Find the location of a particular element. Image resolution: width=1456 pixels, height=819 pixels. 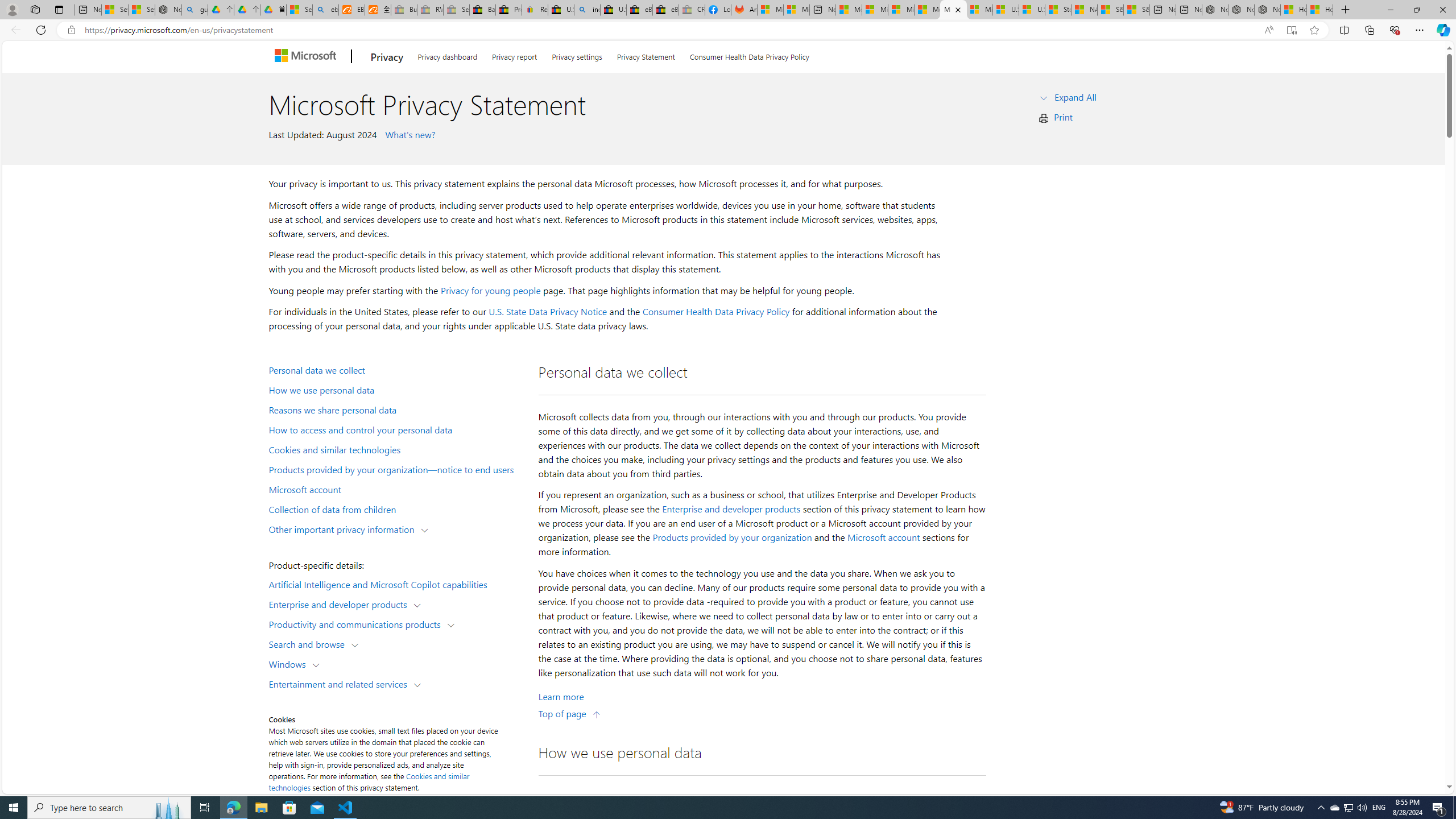

'Press Room - eBay Inc.' is located at coordinates (508, 9).